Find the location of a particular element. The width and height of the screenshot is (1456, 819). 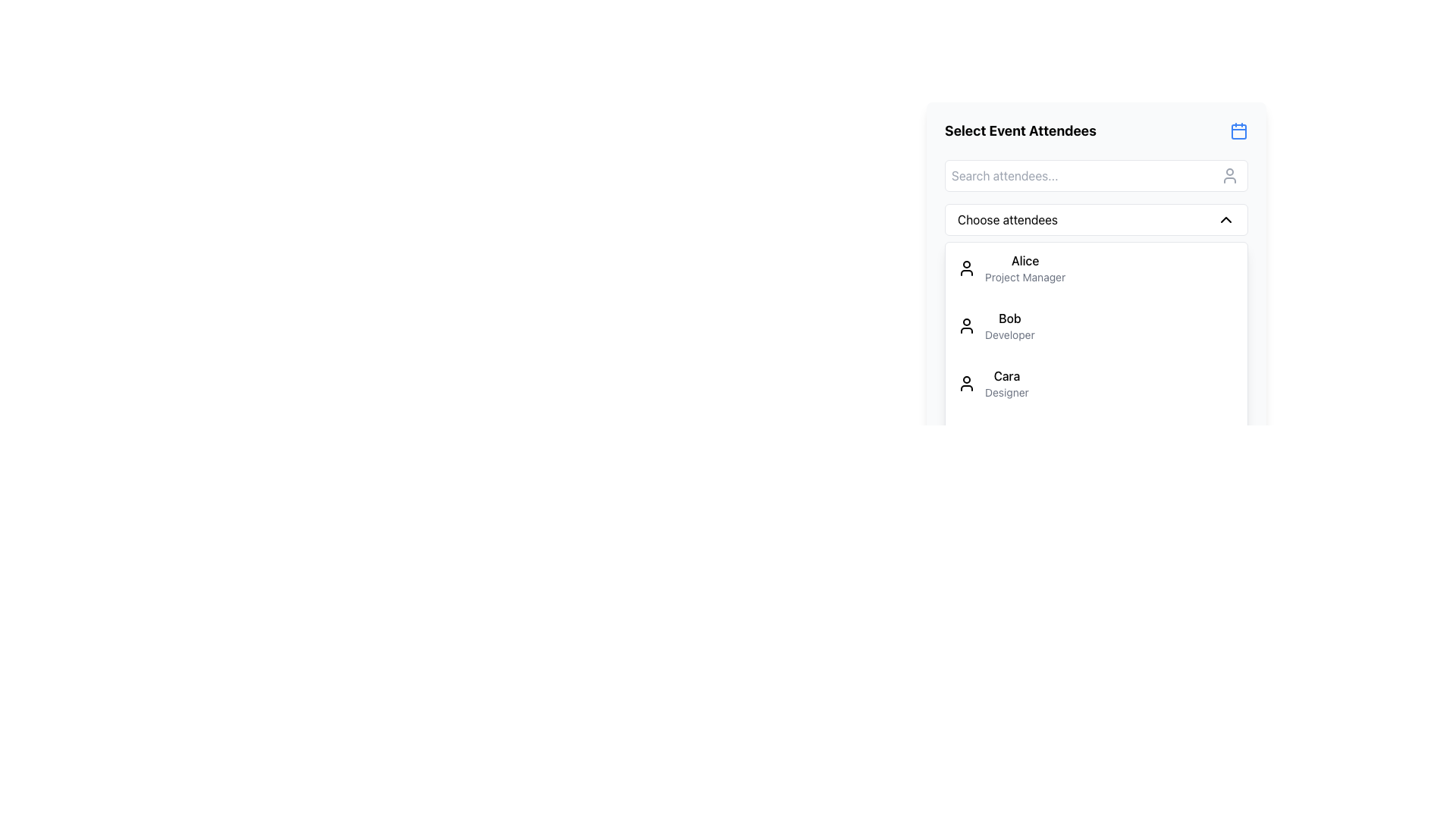

the first label in the list of selectable items displaying 'Alice' and 'Project Manager', located under the 'Choose attendees' section is located at coordinates (1025, 268).